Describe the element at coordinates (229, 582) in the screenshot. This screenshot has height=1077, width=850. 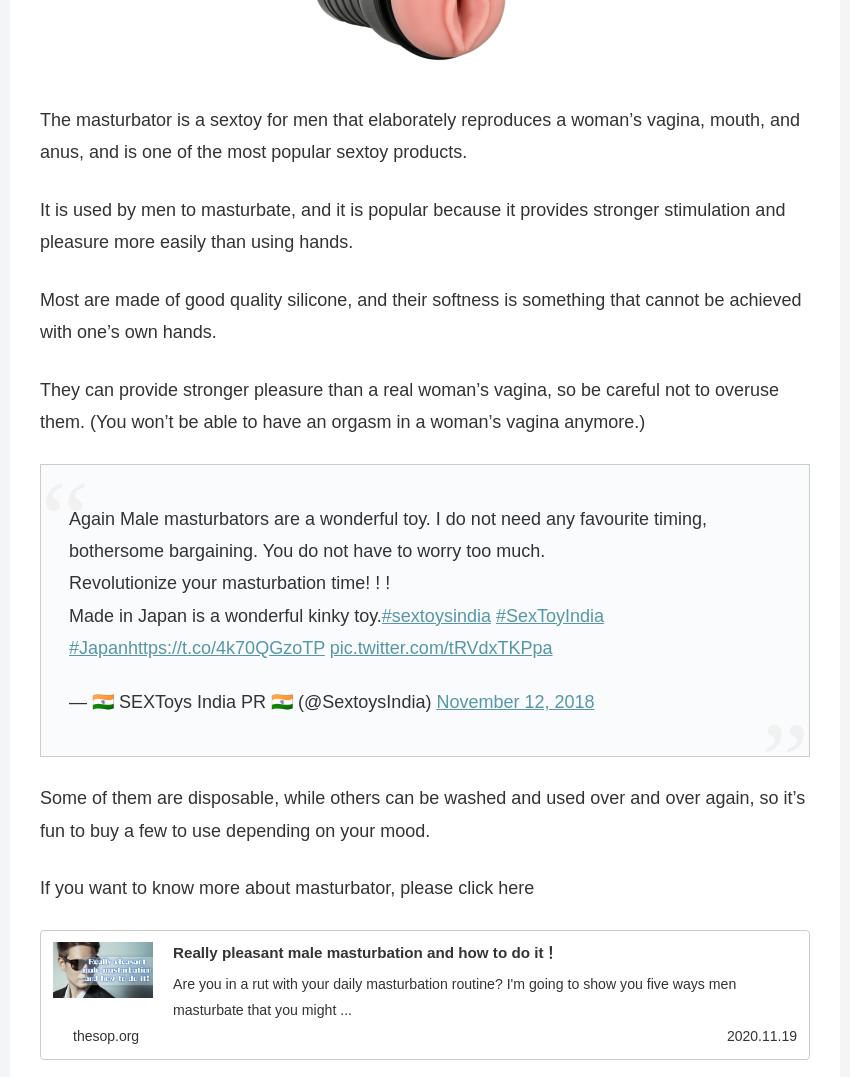
I see `'Revolutionize your masturbation time! ! !'` at that location.